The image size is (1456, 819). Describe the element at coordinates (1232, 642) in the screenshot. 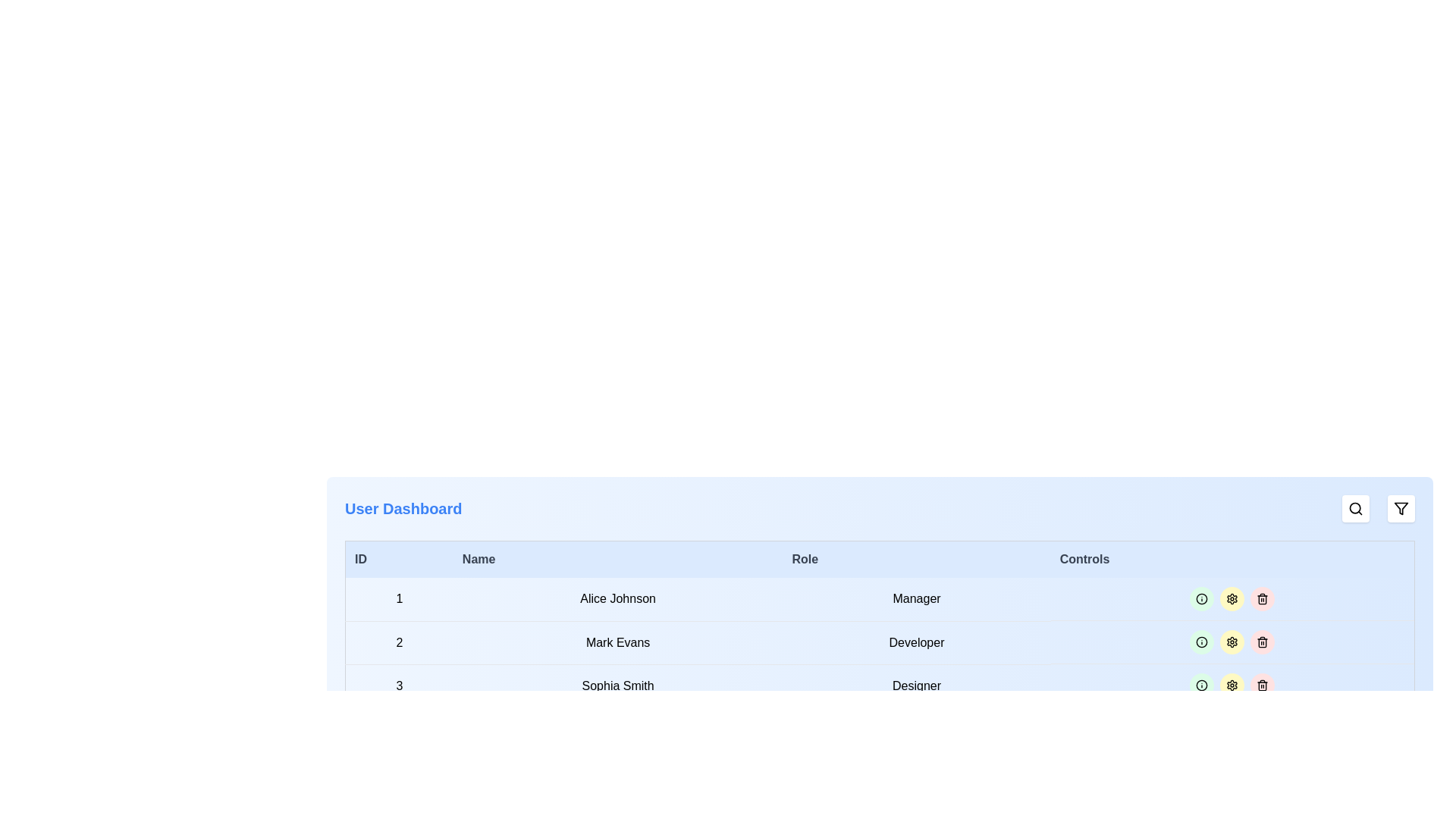

I see `the settings button, which is the third action icon in the horizontal sequence of control buttons in the 'Controls' column on the right side of the data table` at that location.